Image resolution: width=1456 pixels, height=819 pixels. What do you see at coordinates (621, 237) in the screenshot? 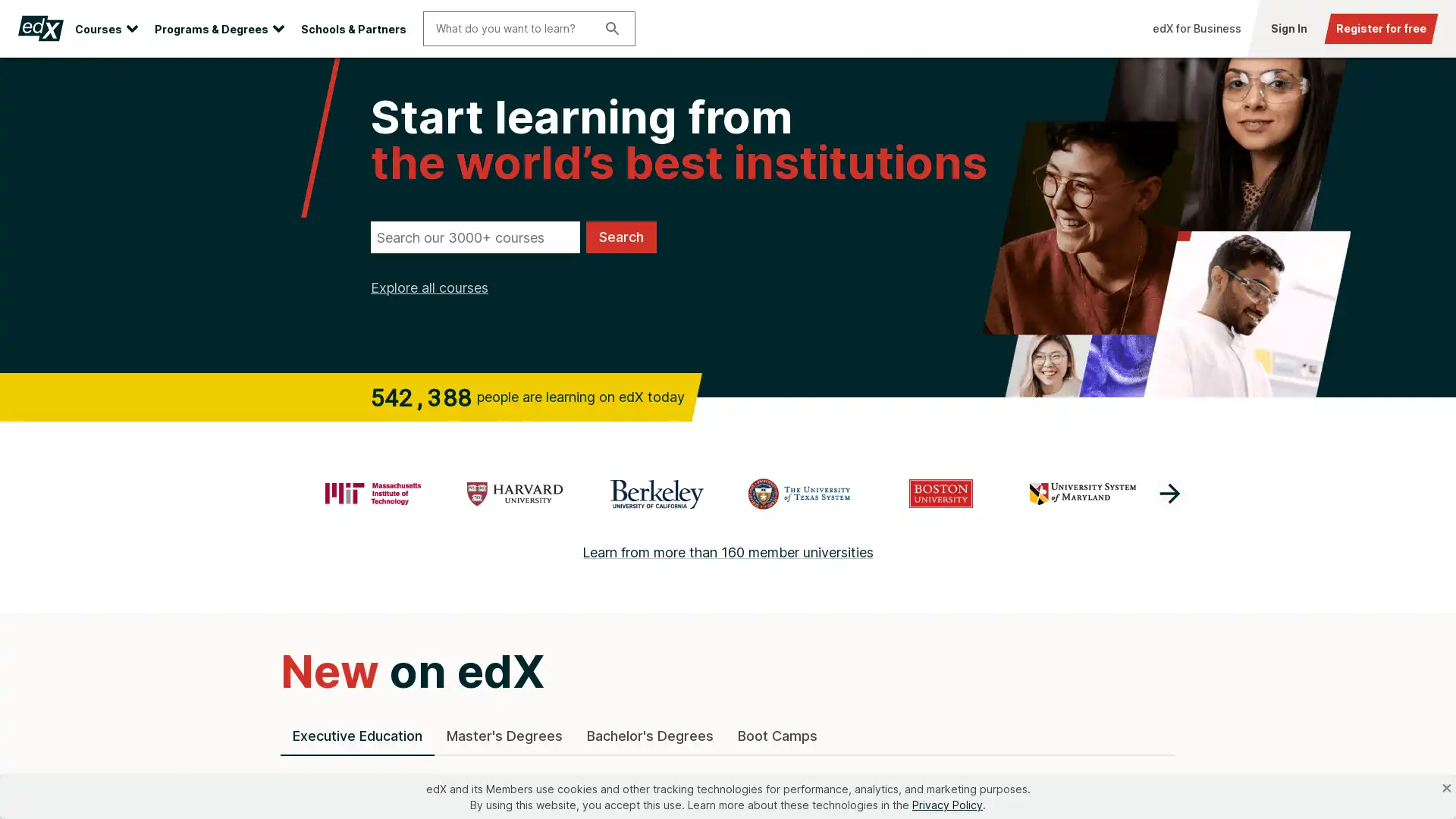
I see `Search` at bounding box center [621, 237].